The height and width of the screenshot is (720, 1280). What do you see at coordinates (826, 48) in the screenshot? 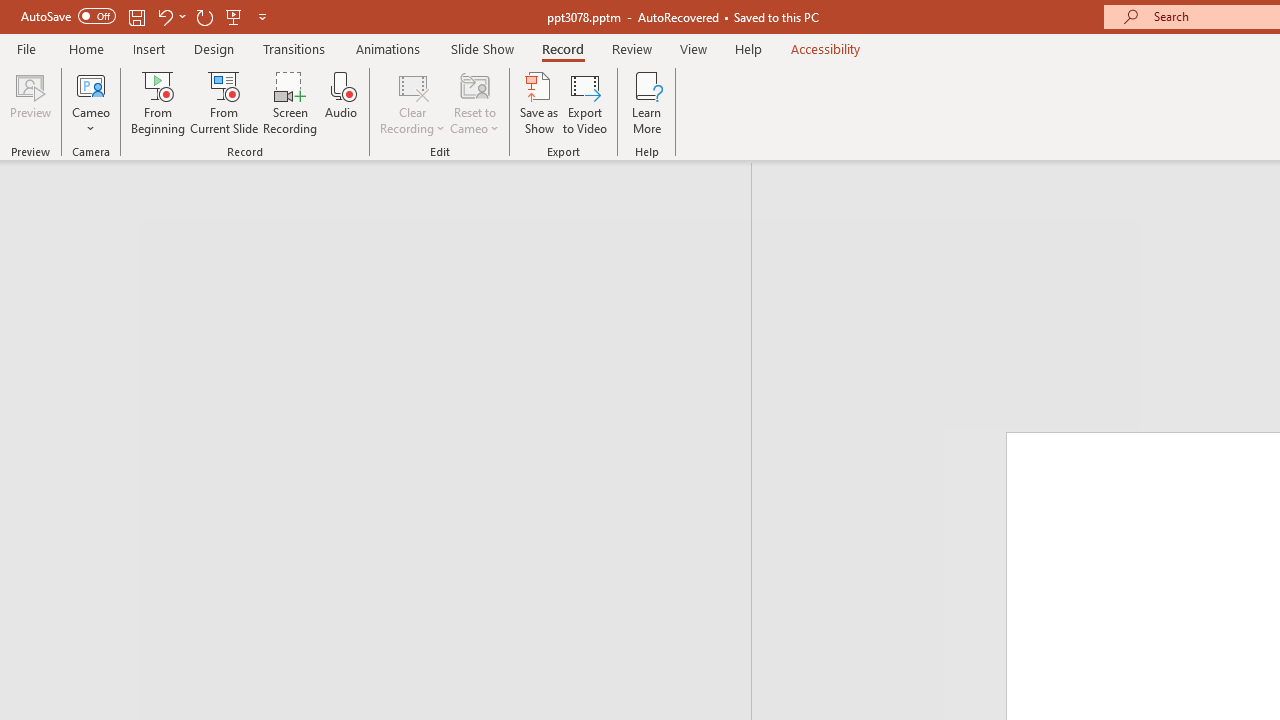
I see `'Accessibility'` at bounding box center [826, 48].